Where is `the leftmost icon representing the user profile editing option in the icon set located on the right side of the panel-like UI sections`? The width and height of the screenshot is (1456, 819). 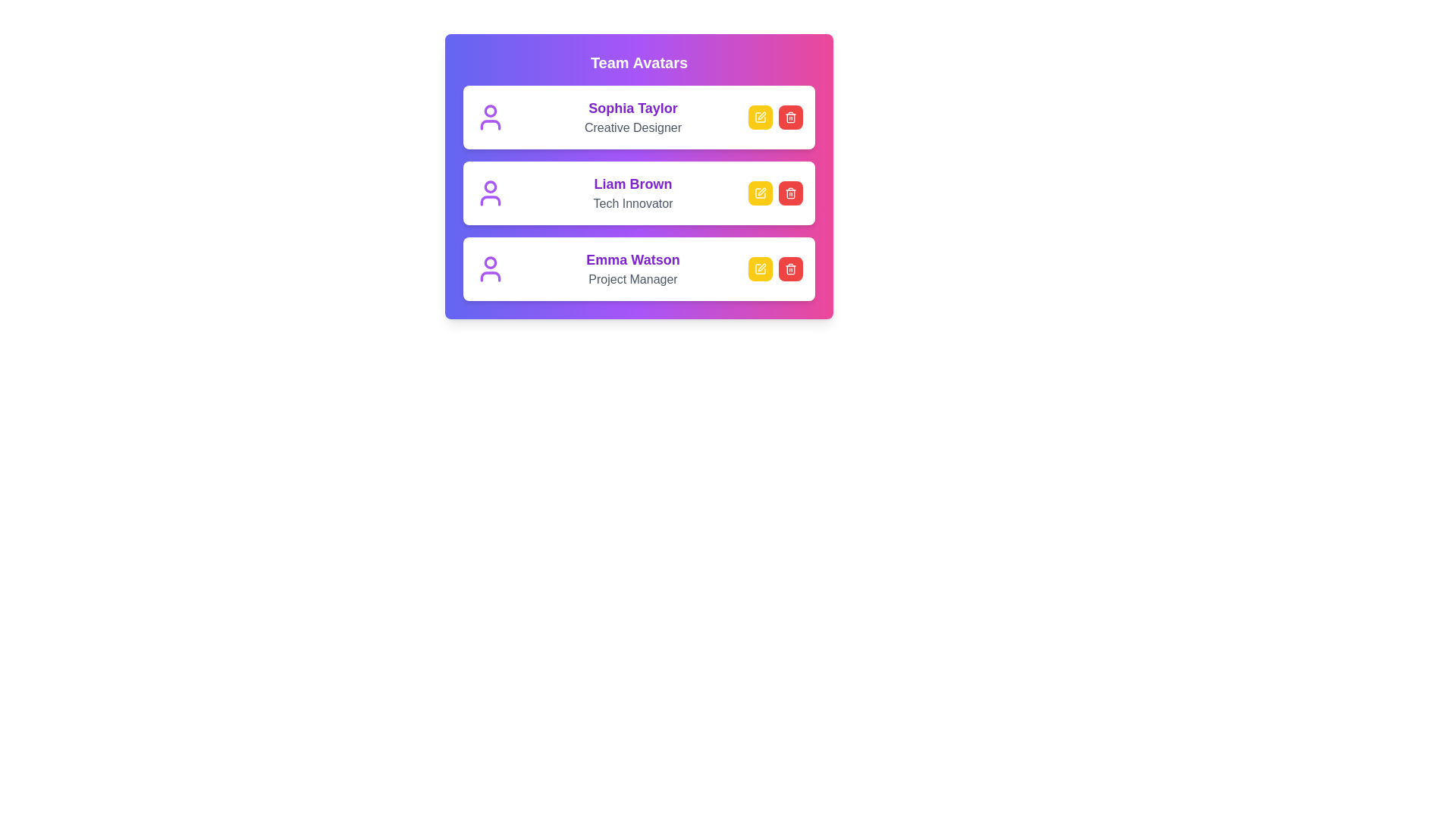
the leftmost icon representing the user profile editing option in the icon set located on the right side of the panel-like UI sections is located at coordinates (761, 268).